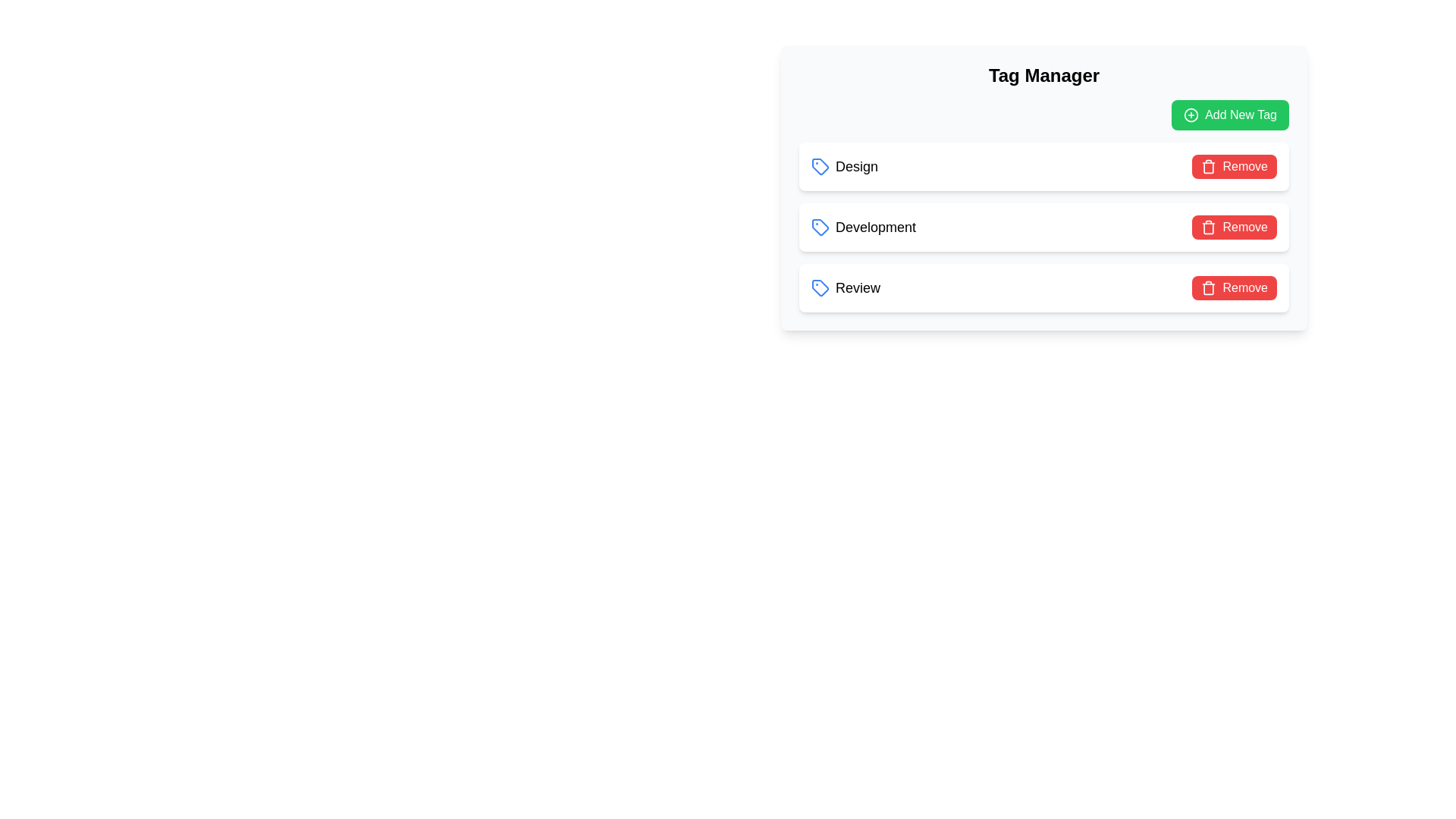 The image size is (1456, 819). What do you see at coordinates (858, 288) in the screenshot?
I see `the label indicating a tag or category name located on the right side of the interface, in the third row under the 'Tag Manager' header` at bounding box center [858, 288].